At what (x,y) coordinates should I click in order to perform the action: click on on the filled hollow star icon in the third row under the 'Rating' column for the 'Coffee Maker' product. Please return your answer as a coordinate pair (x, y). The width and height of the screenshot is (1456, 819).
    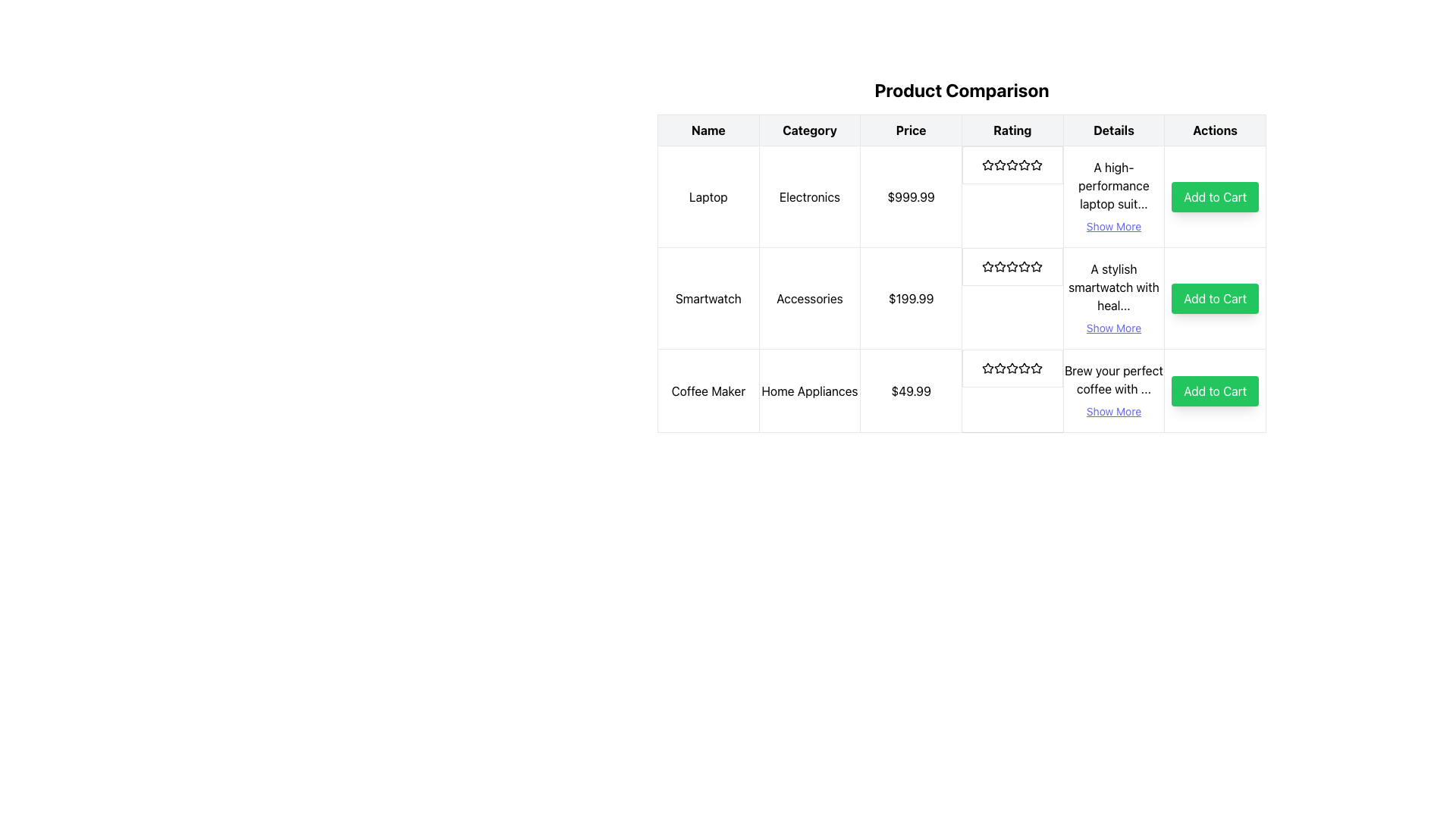
    Looking at the image, I should click on (1036, 368).